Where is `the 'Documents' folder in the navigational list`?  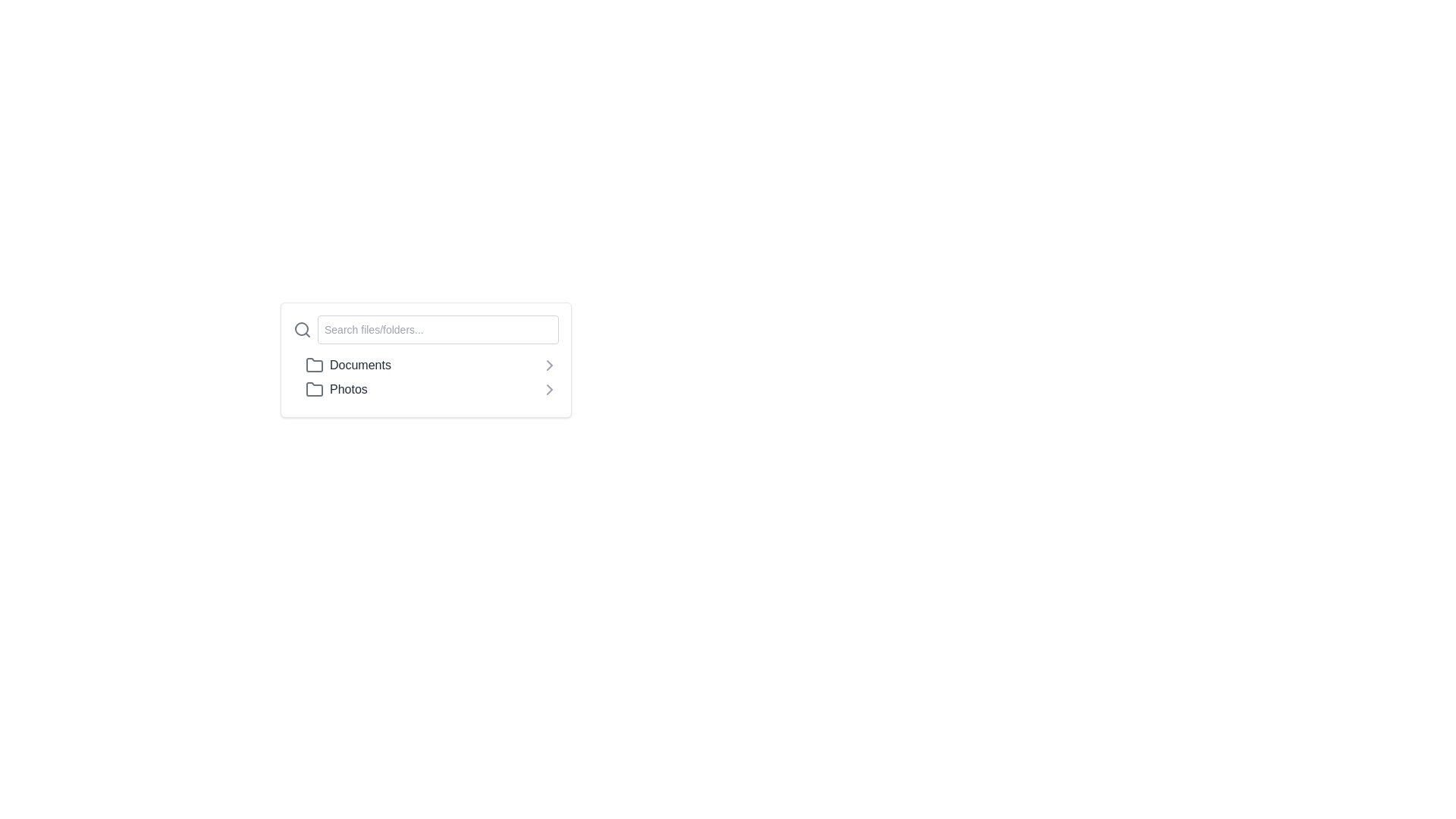 the 'Documents' folder in the navigational list is located at coordinates (425, 376).